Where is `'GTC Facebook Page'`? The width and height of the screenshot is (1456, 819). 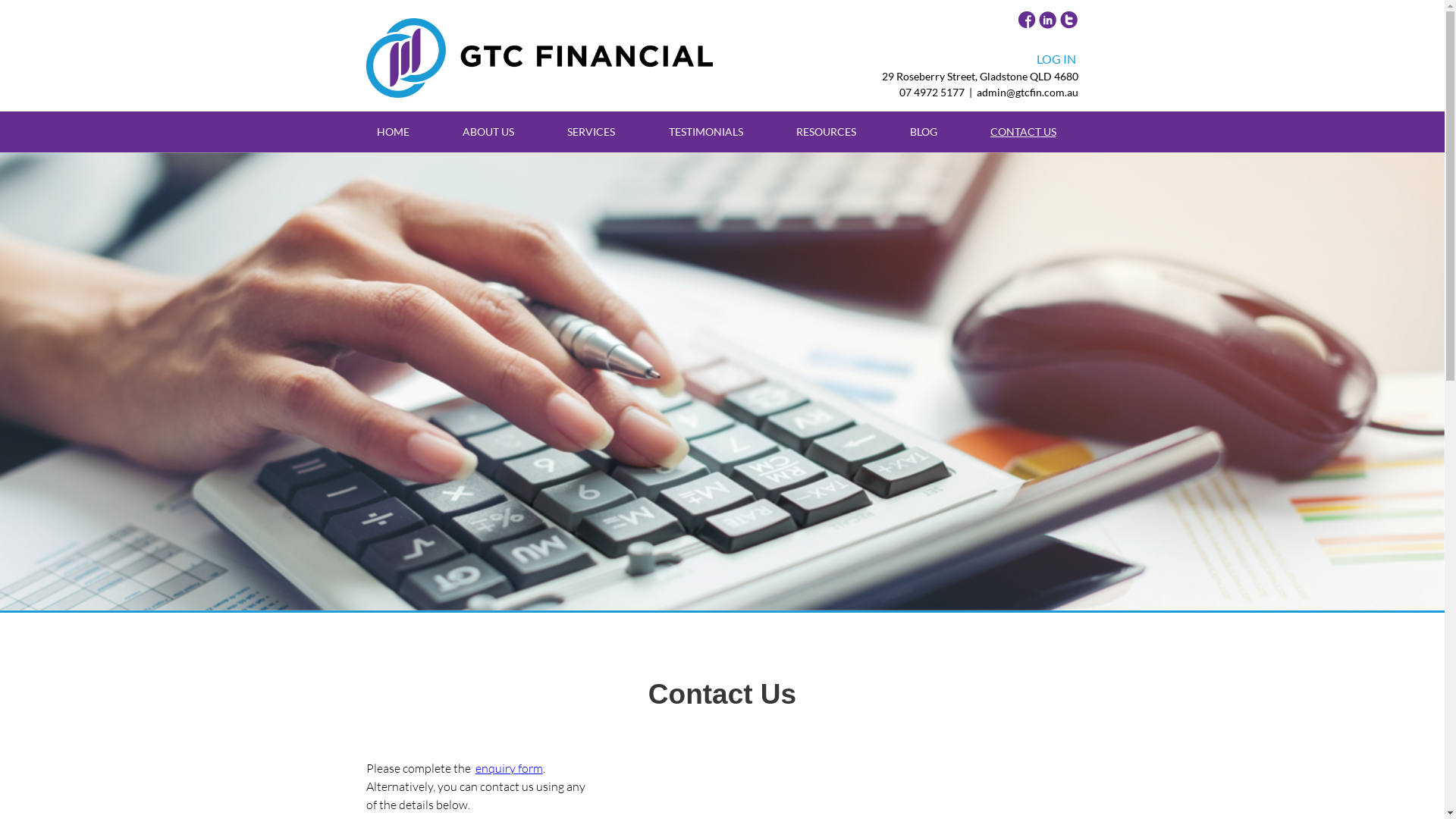
'GTC Facebook Page' is located at coordinates (1026, 20).